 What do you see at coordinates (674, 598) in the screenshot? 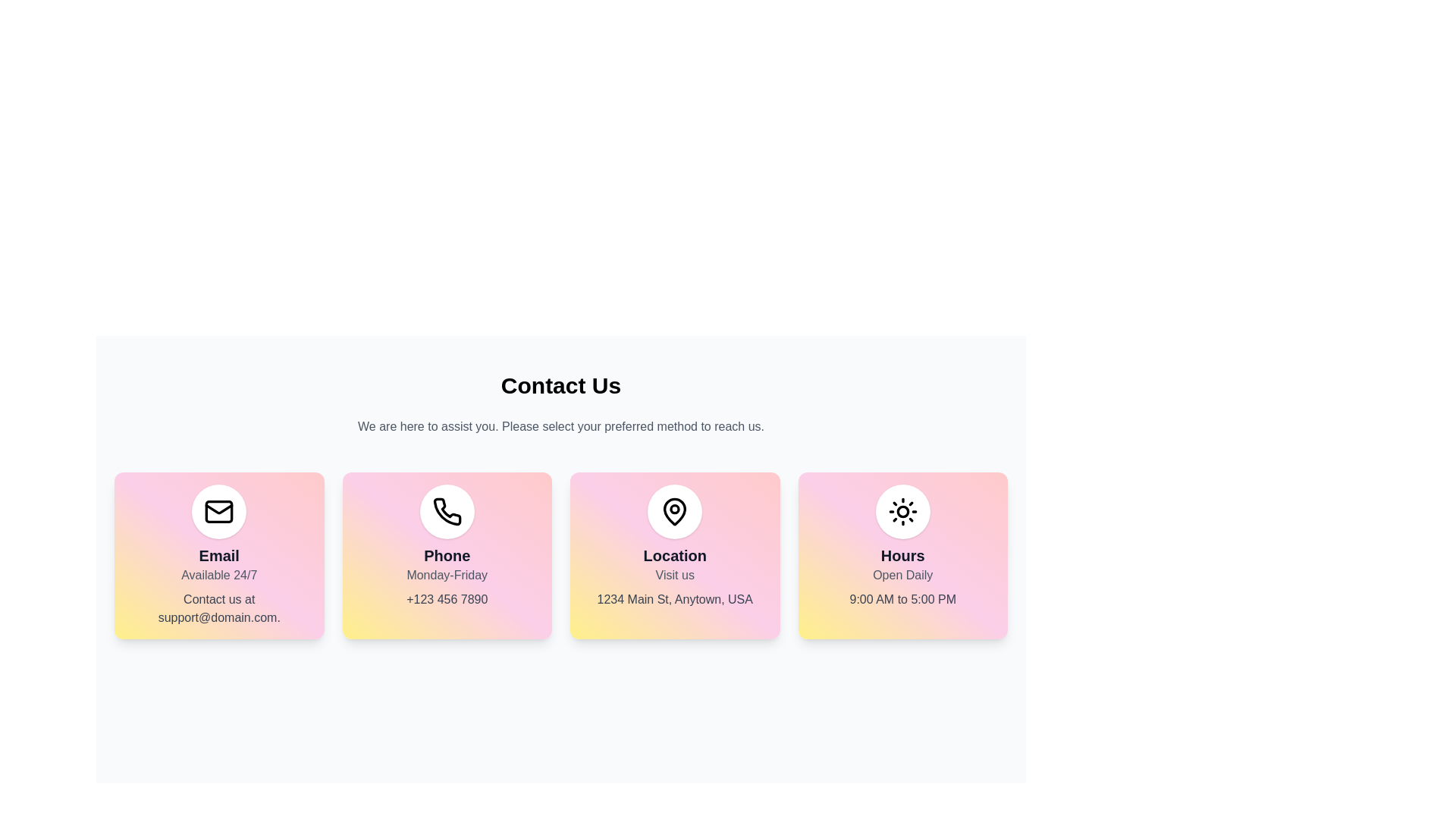
I see `the contact information text located below the 'Visit us' text and 'Location' header in the third card from the left` at bounding box center [674, 598].